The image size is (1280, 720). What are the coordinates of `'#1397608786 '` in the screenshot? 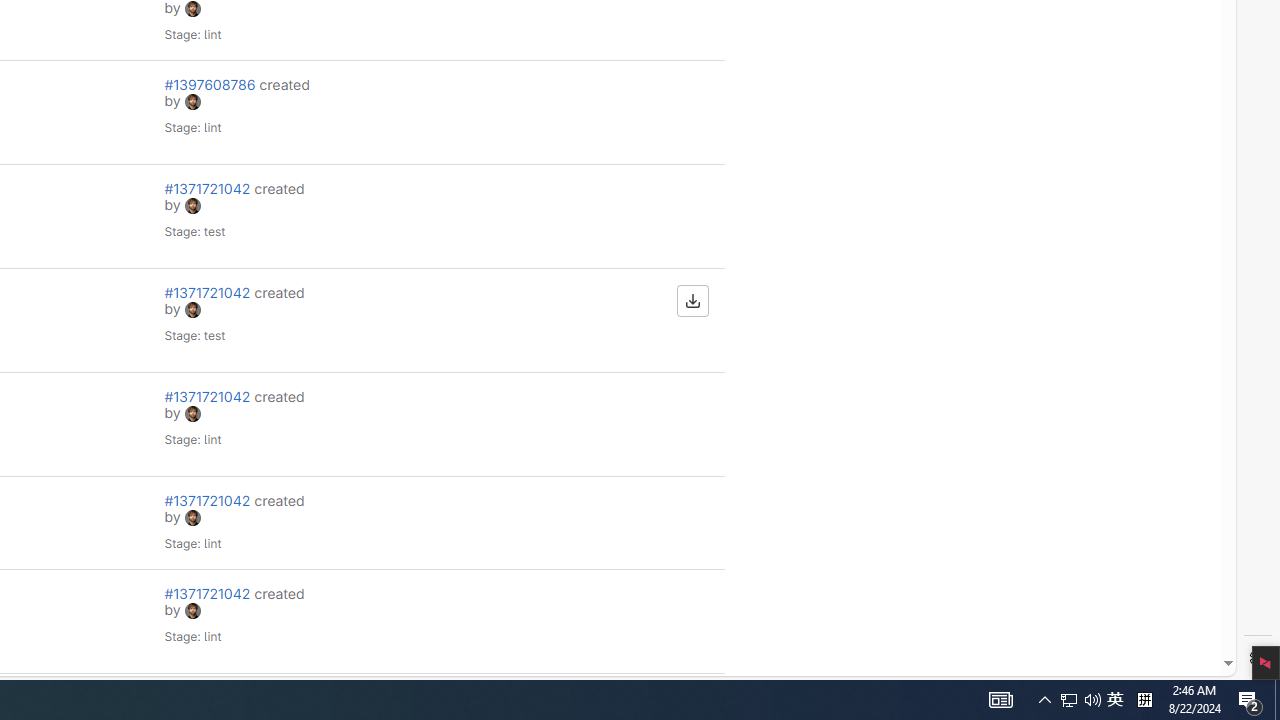 It's located at (211, 83).